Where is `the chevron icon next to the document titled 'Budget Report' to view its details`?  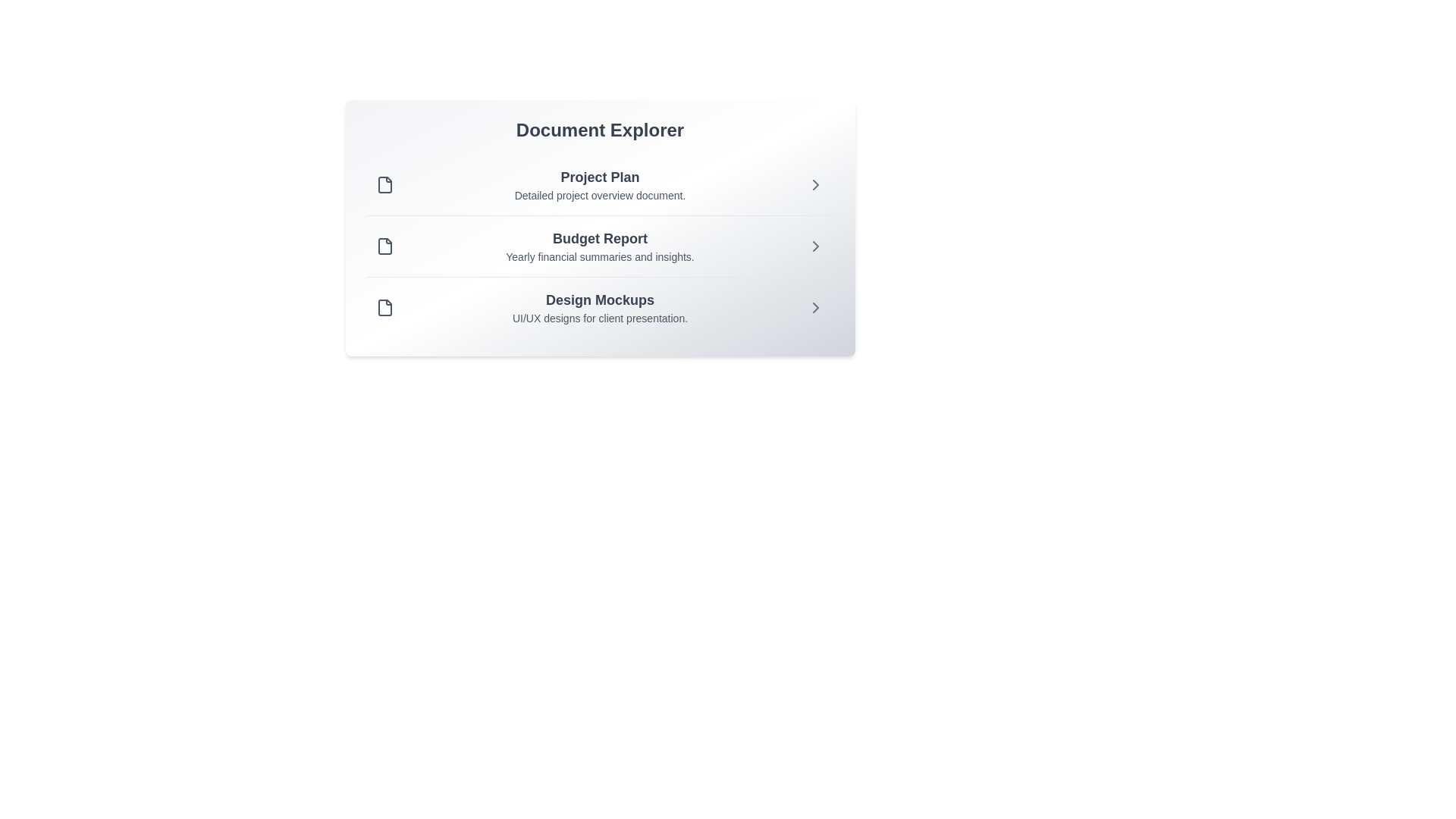 the chevron icon next to the document titled 'Budget Report' to view its details is located at coordinates (814, 245).